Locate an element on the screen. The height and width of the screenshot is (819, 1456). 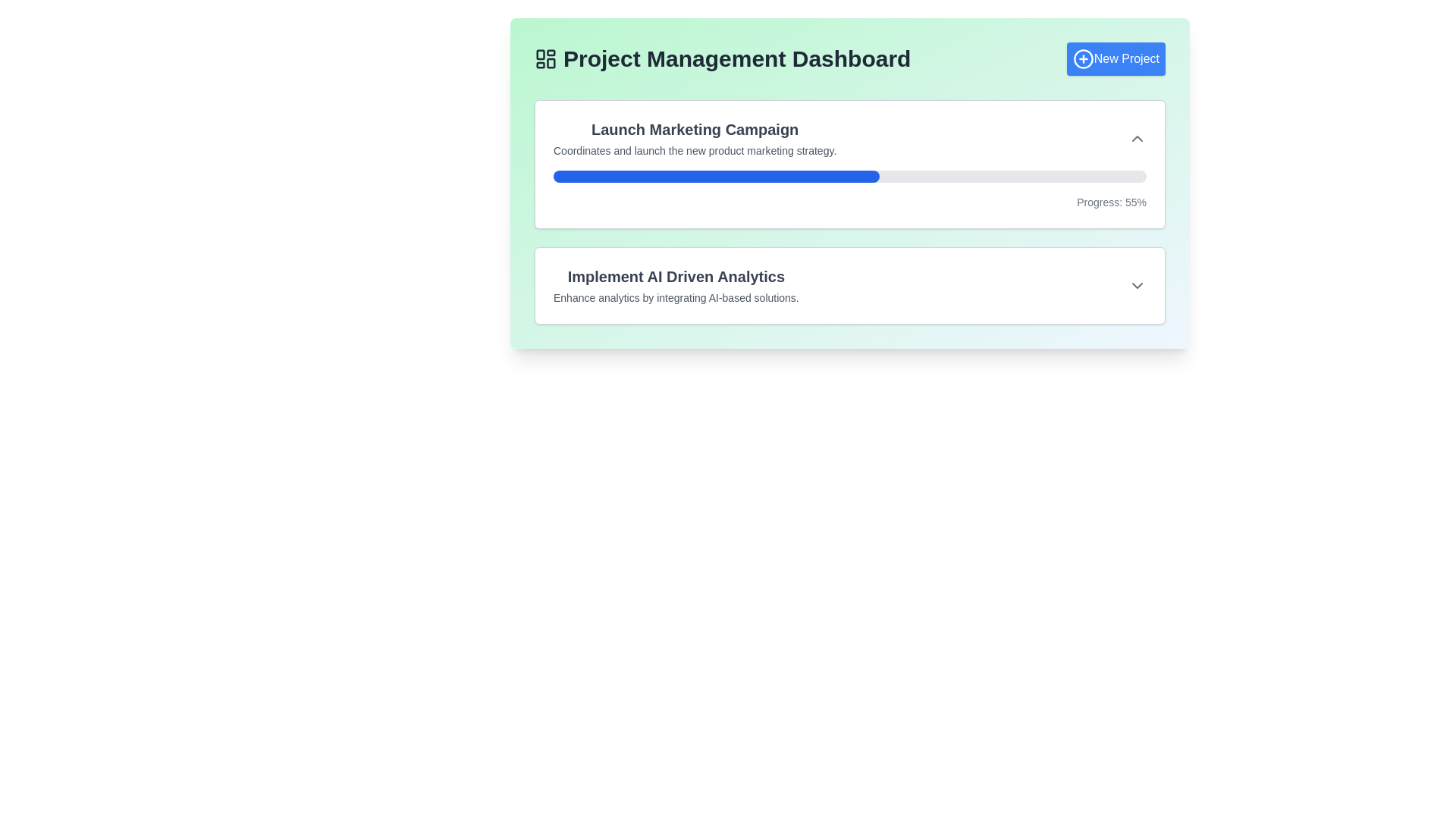
progress is located at coordinates (630, 175).